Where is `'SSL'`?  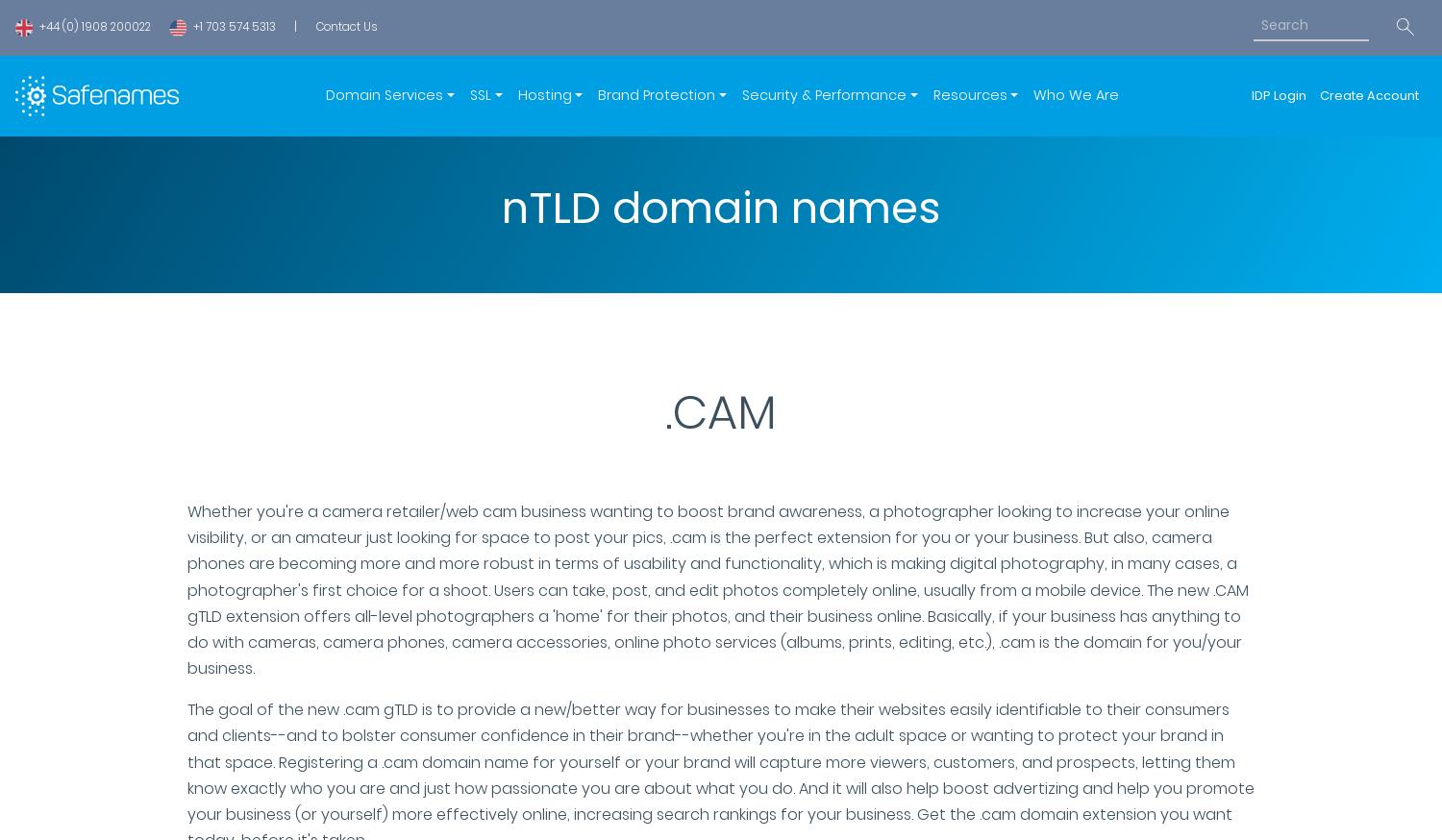 'SSL' is located at coordinates (469, 95).